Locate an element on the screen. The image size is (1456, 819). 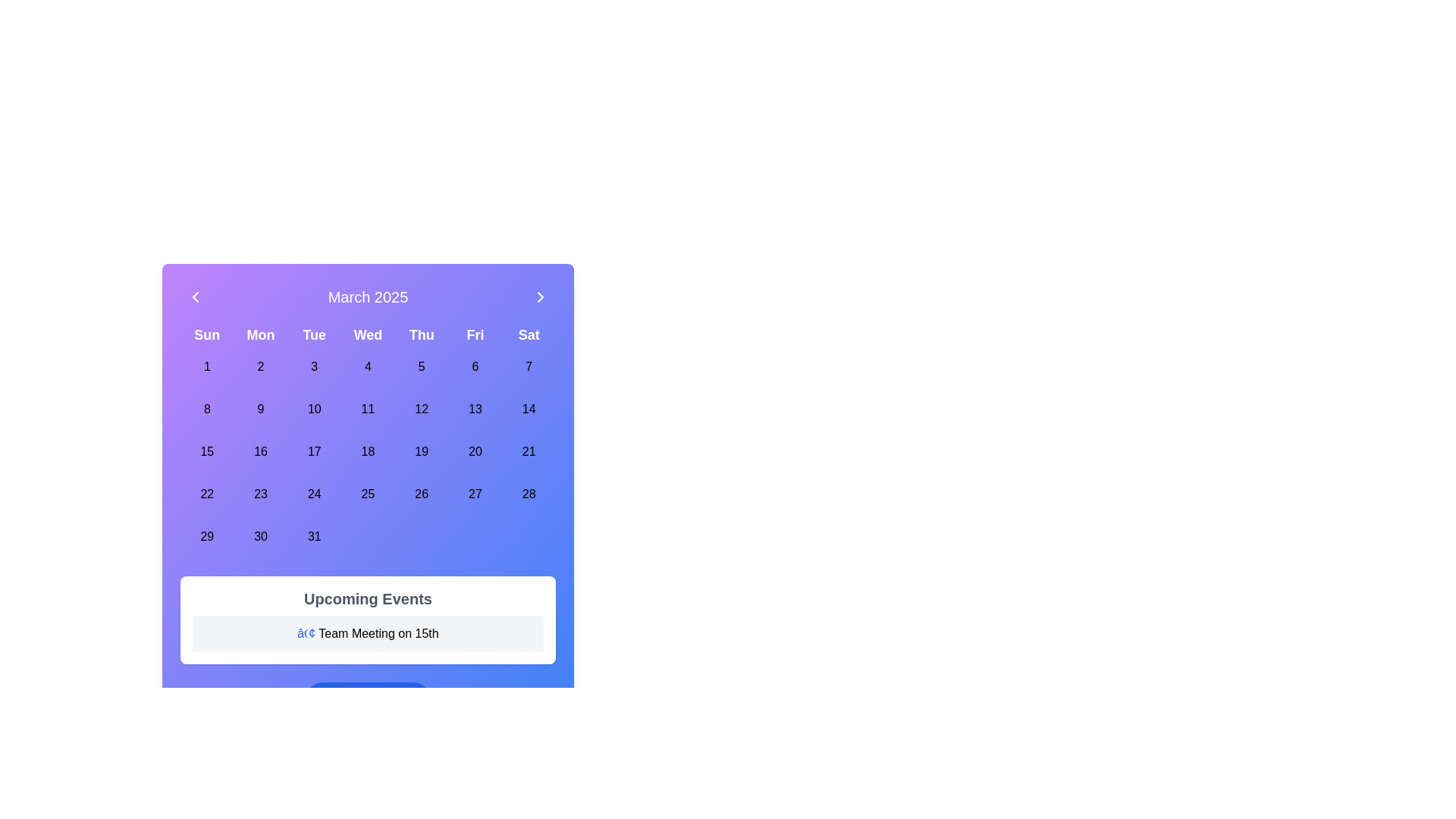
the circular calendar cell containing the number '9' in the second row and second column under the 'Mon' header is located at coordinates (261, 409).